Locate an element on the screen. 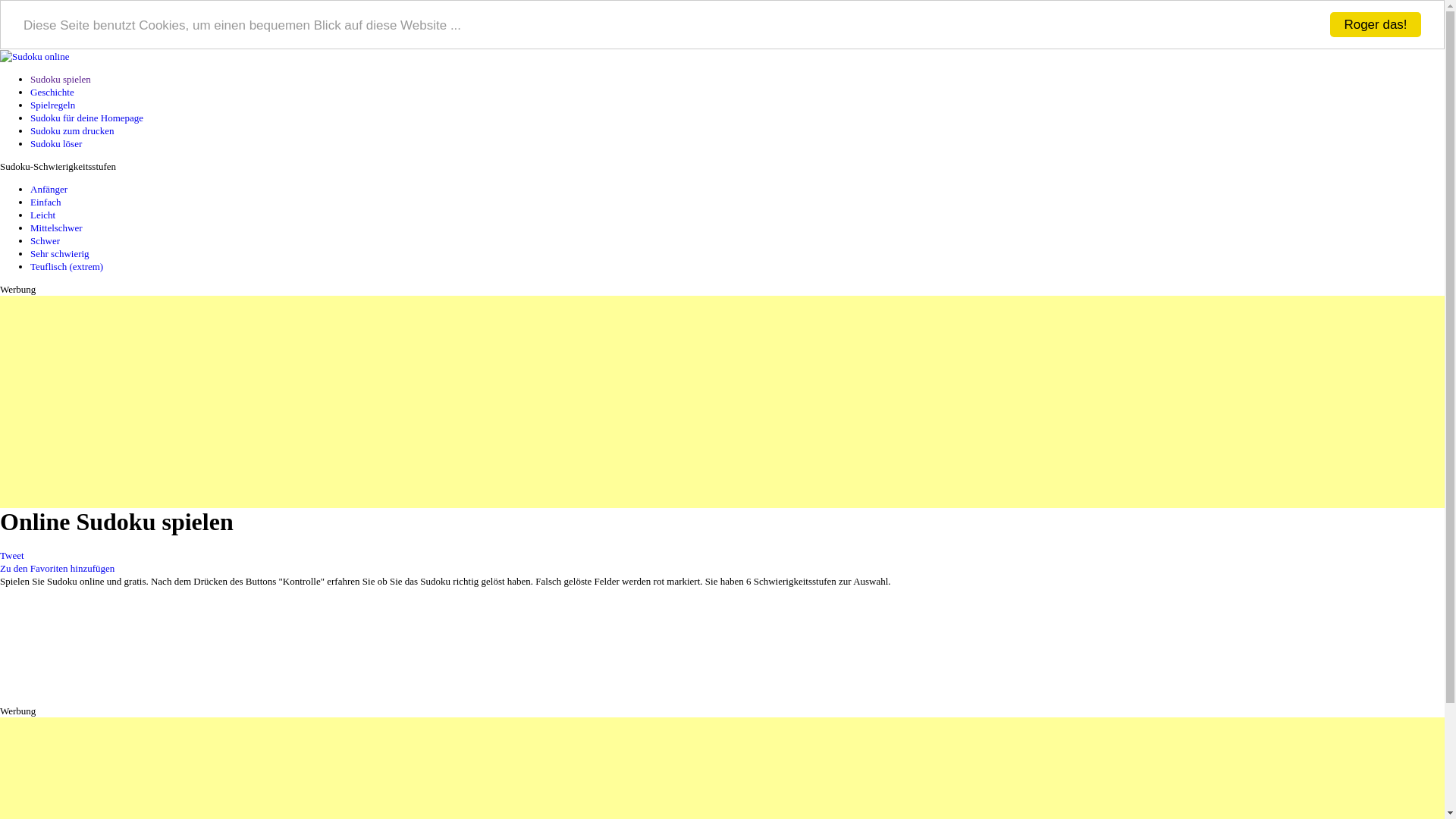 Image resolution: width=1456 pixels, height=819 pixels. 'Roger das!' is located at coordinates (1376, 24).